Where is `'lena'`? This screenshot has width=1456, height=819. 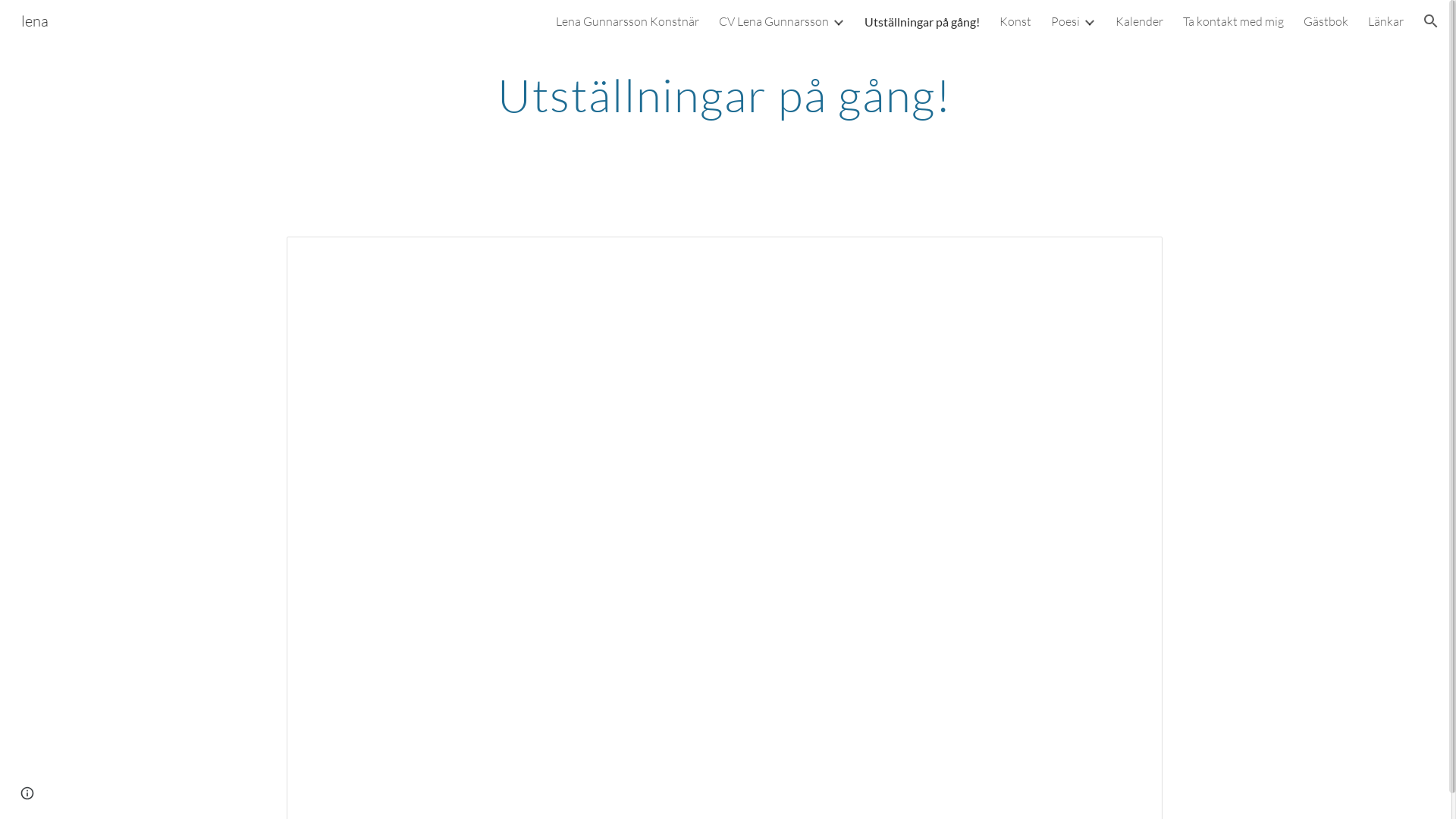
'lena' is located at coordinates (35, 19).